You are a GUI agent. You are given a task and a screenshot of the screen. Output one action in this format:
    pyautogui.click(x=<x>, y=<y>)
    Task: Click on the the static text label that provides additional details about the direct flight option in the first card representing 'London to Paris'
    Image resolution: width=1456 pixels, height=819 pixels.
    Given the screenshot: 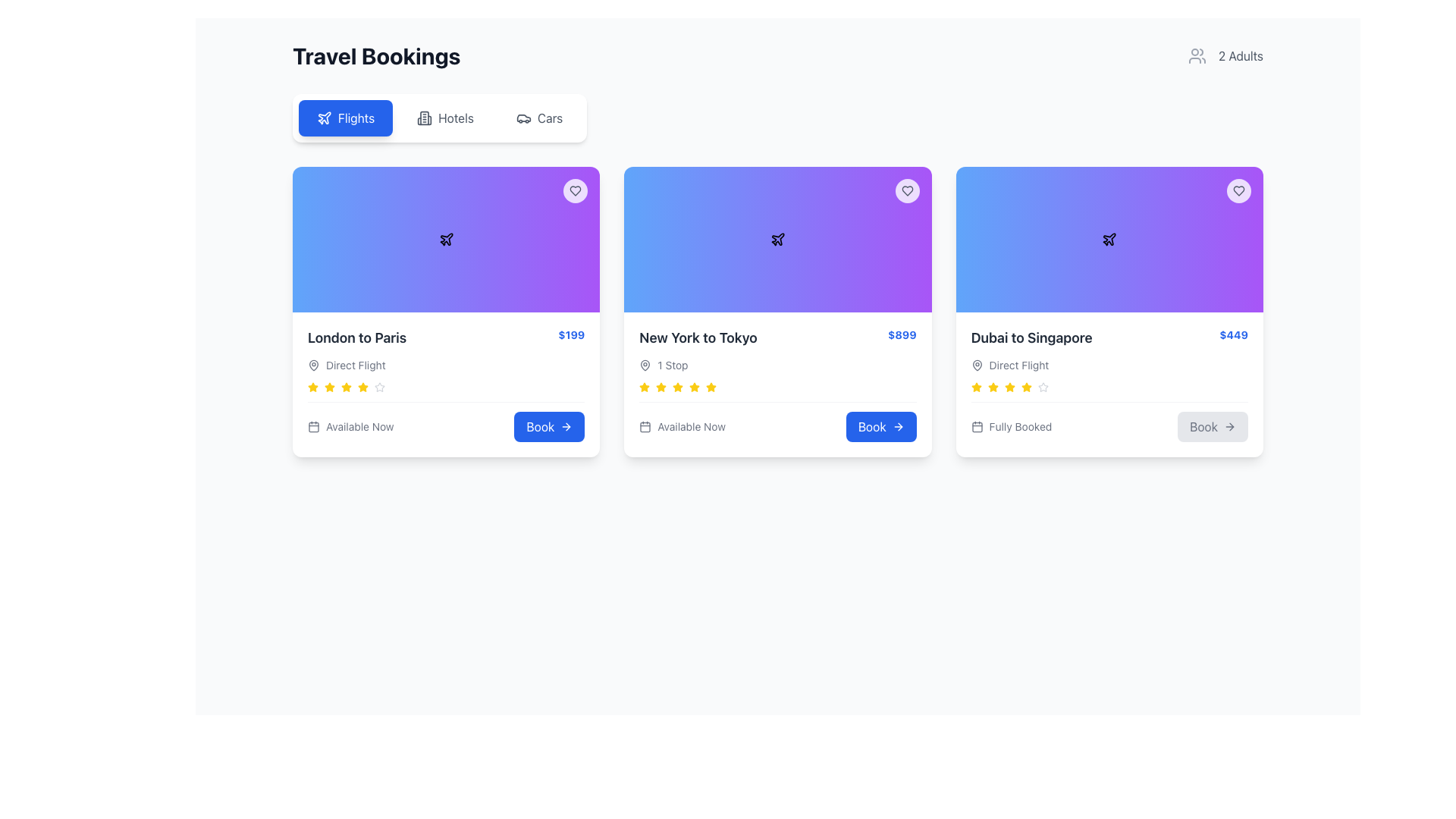 What is the action you would take?
    pyautogui.click(x=355, y=366)
    